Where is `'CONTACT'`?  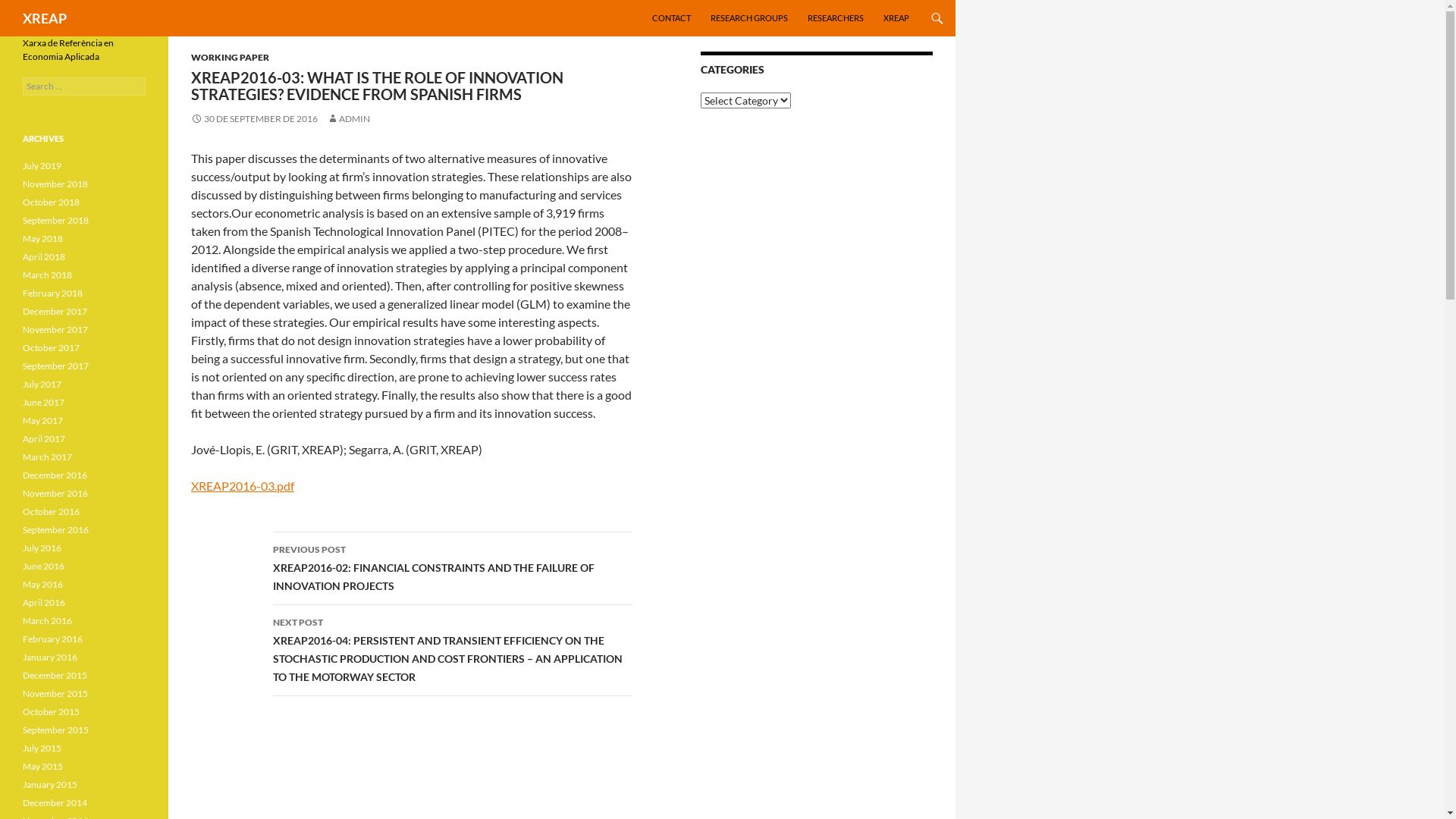 'CONTACT' is located at coordinates (670, 17).